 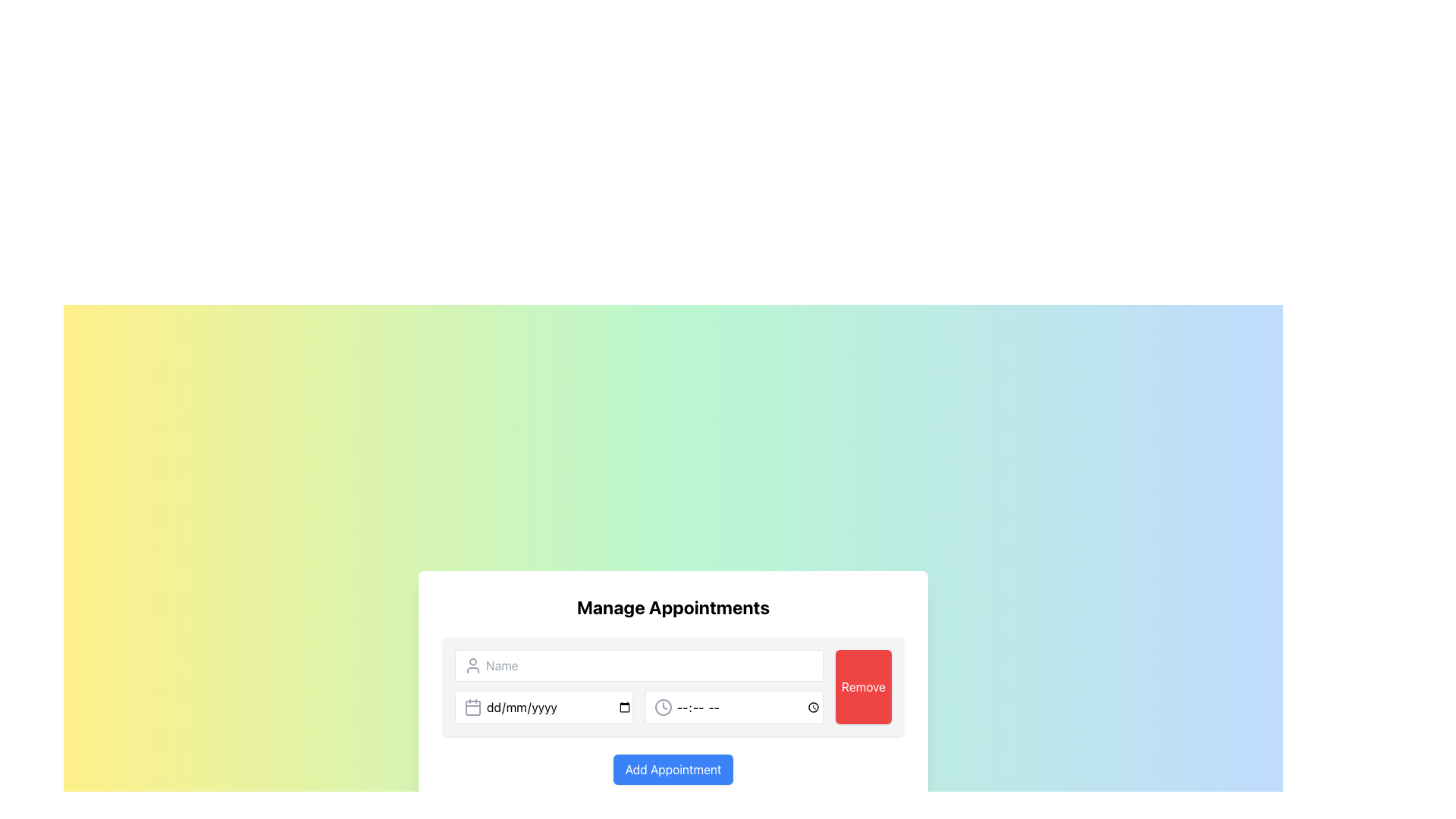 I want to click on the 'Add Appointment' button, which is a blue rectangular button with white text, located below the 'Manage Appointments' section and to the right of the 'Remove' button, so click(x=673, y=769).